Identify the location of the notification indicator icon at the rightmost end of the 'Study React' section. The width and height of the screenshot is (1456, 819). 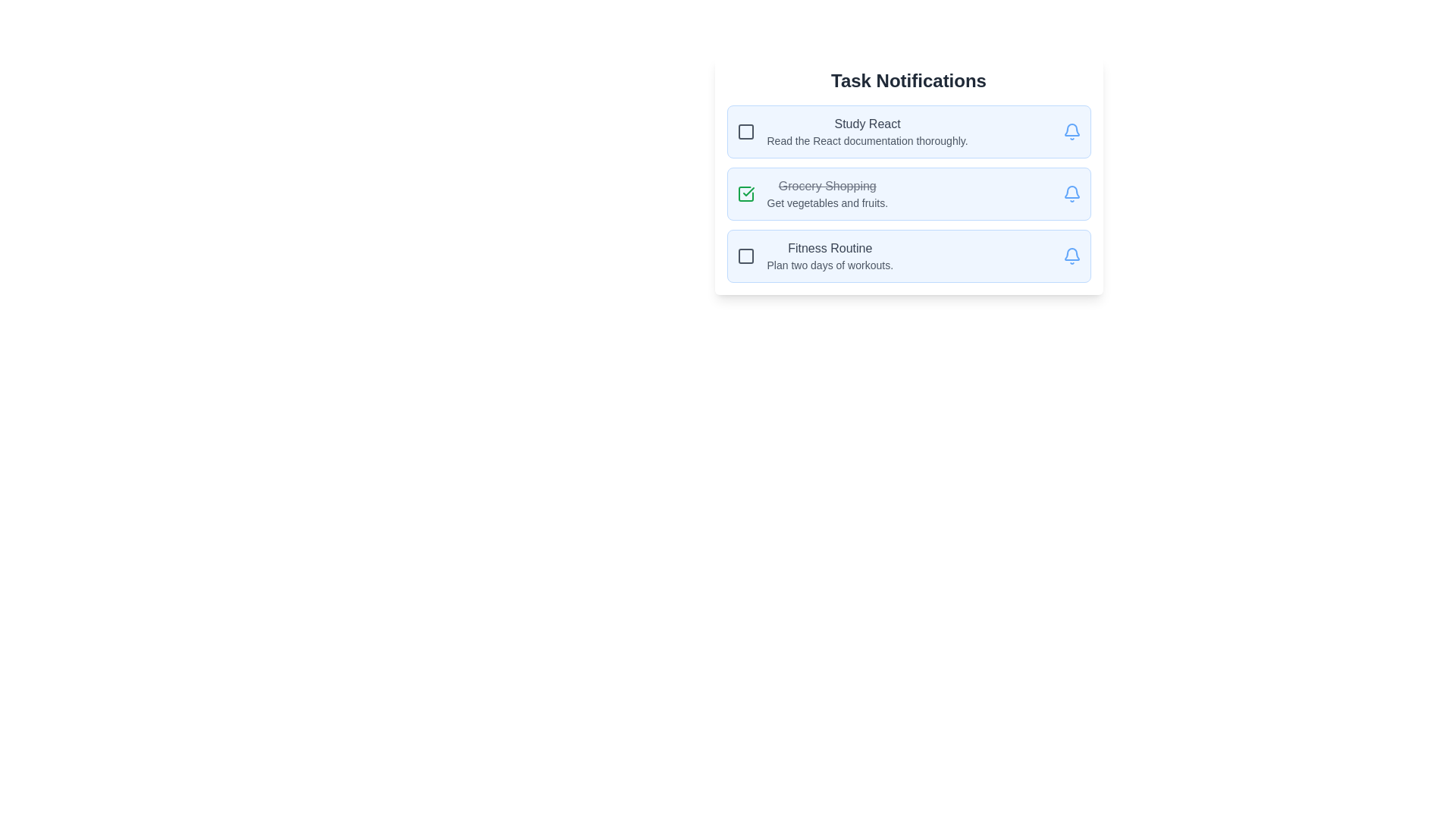
(1071, 130).